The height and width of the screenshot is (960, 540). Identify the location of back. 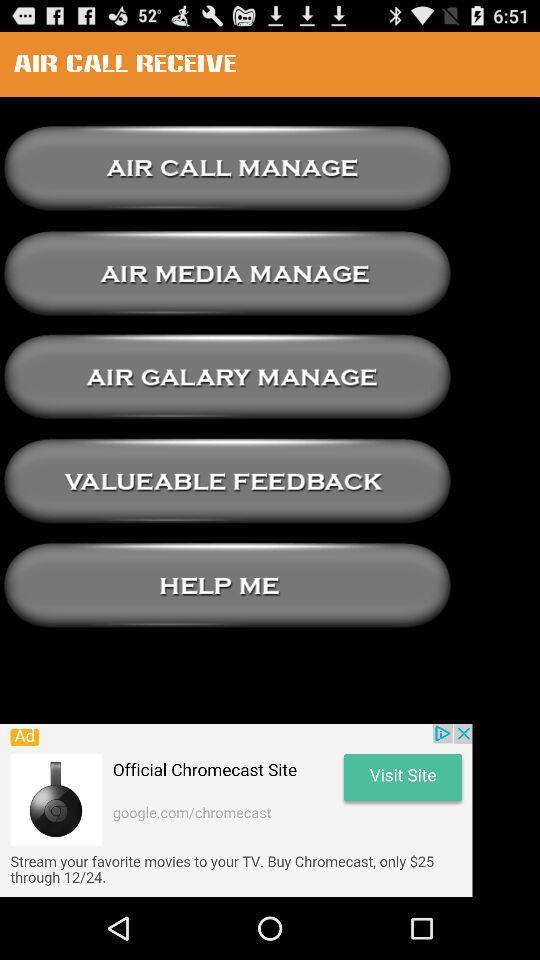
(226, 272).